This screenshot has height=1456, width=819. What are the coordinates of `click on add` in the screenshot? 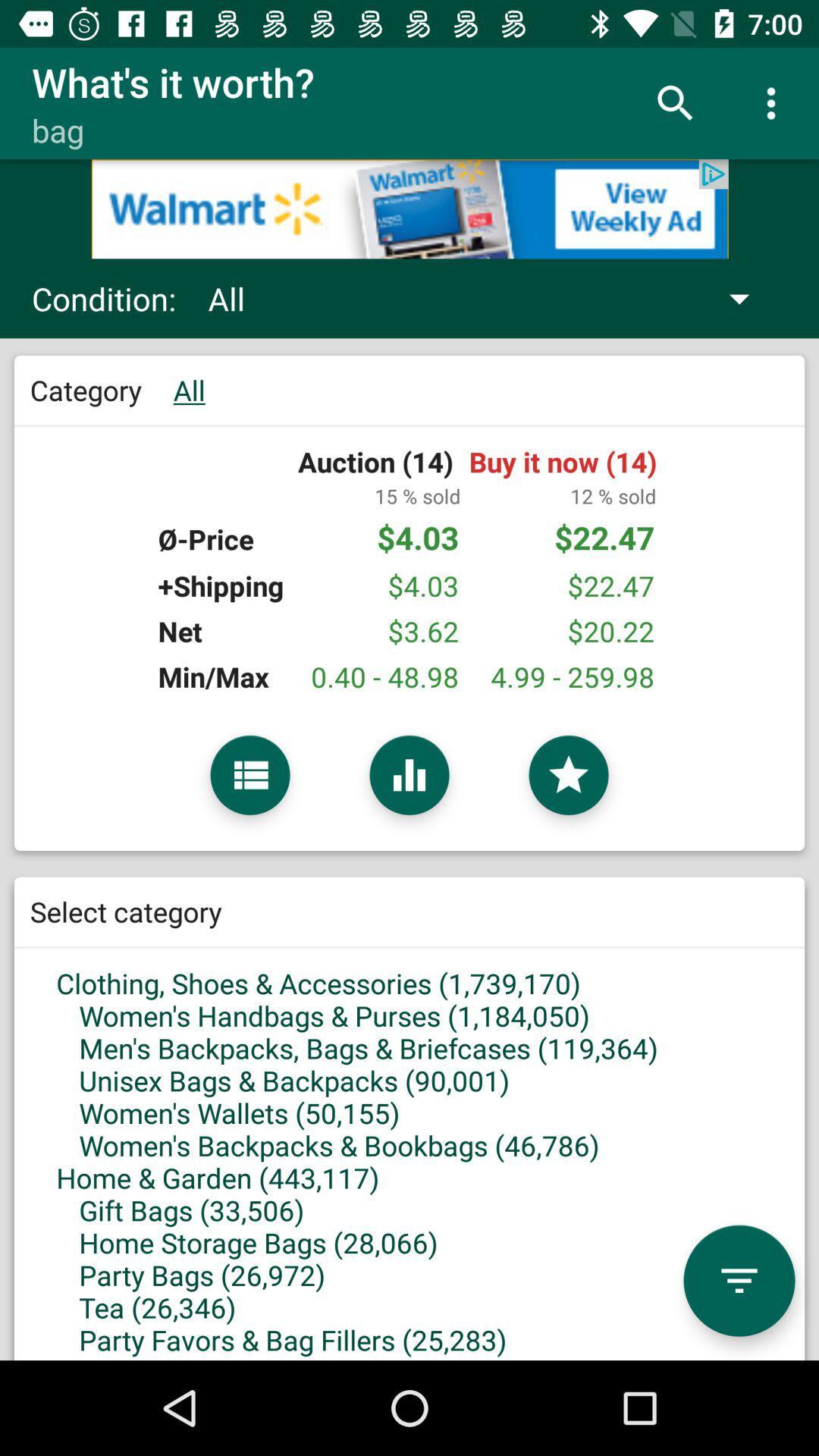 It's located at (409, 208).